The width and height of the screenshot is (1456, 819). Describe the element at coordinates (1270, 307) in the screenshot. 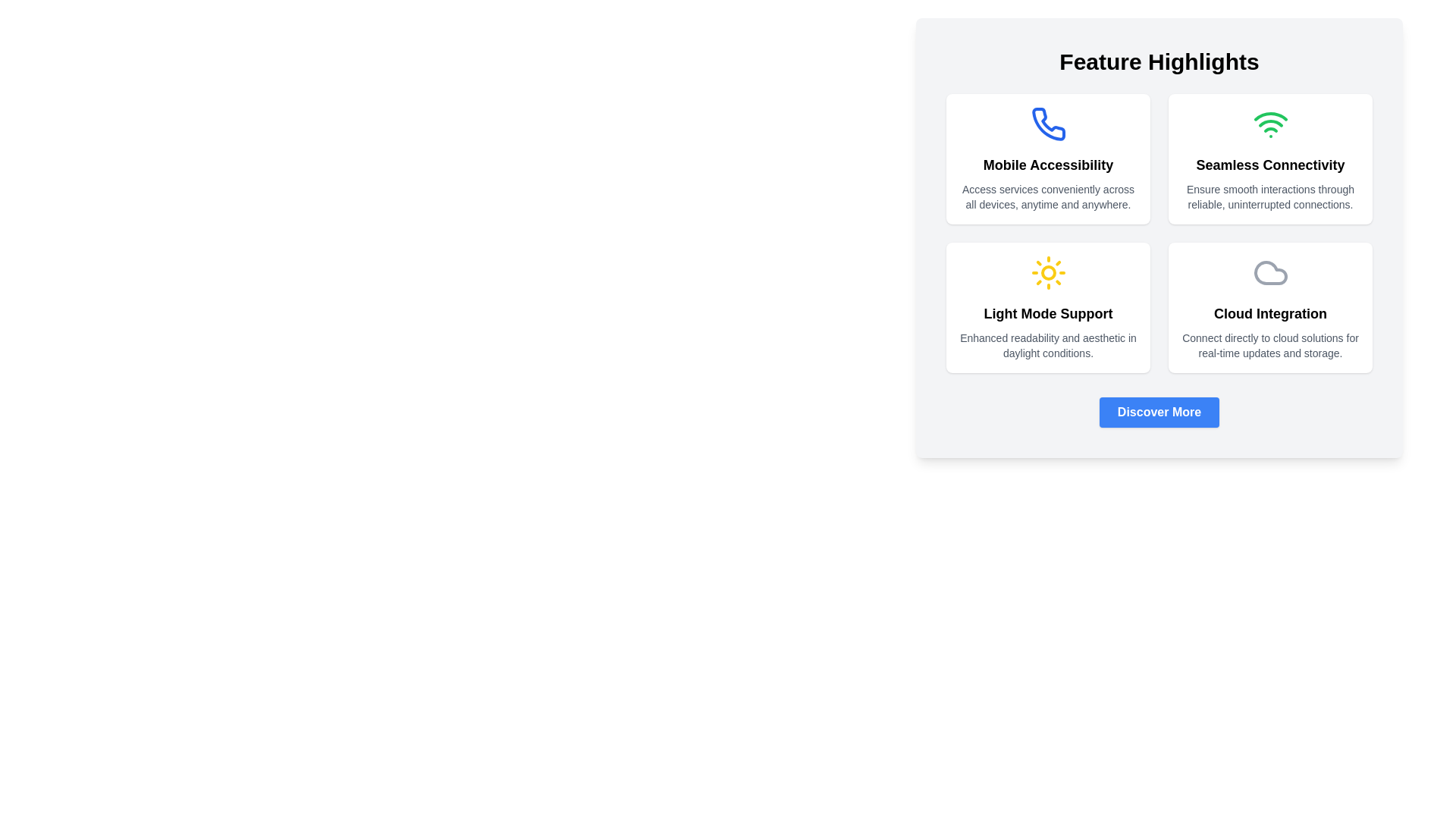

I see `the fourth card in the grid layout that describes the 'Cloud Integration' feature` at that location.